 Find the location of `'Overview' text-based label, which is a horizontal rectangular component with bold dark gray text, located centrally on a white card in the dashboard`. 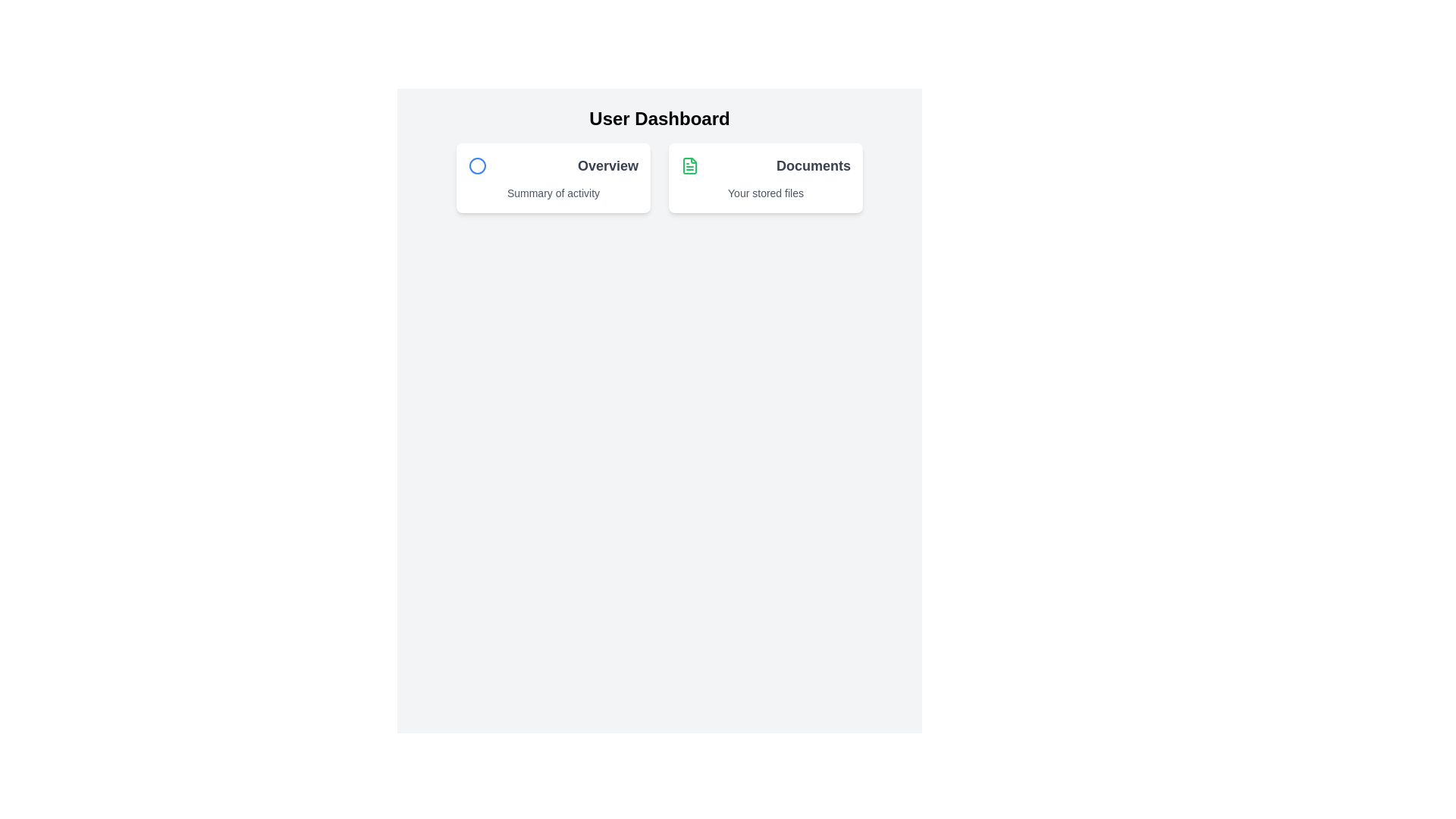

'Overview' text-based label, which is a horizontal rectangular component with bold dark gray text, located centrally on a white card in the dashboard is located at coordinates (552, 166).